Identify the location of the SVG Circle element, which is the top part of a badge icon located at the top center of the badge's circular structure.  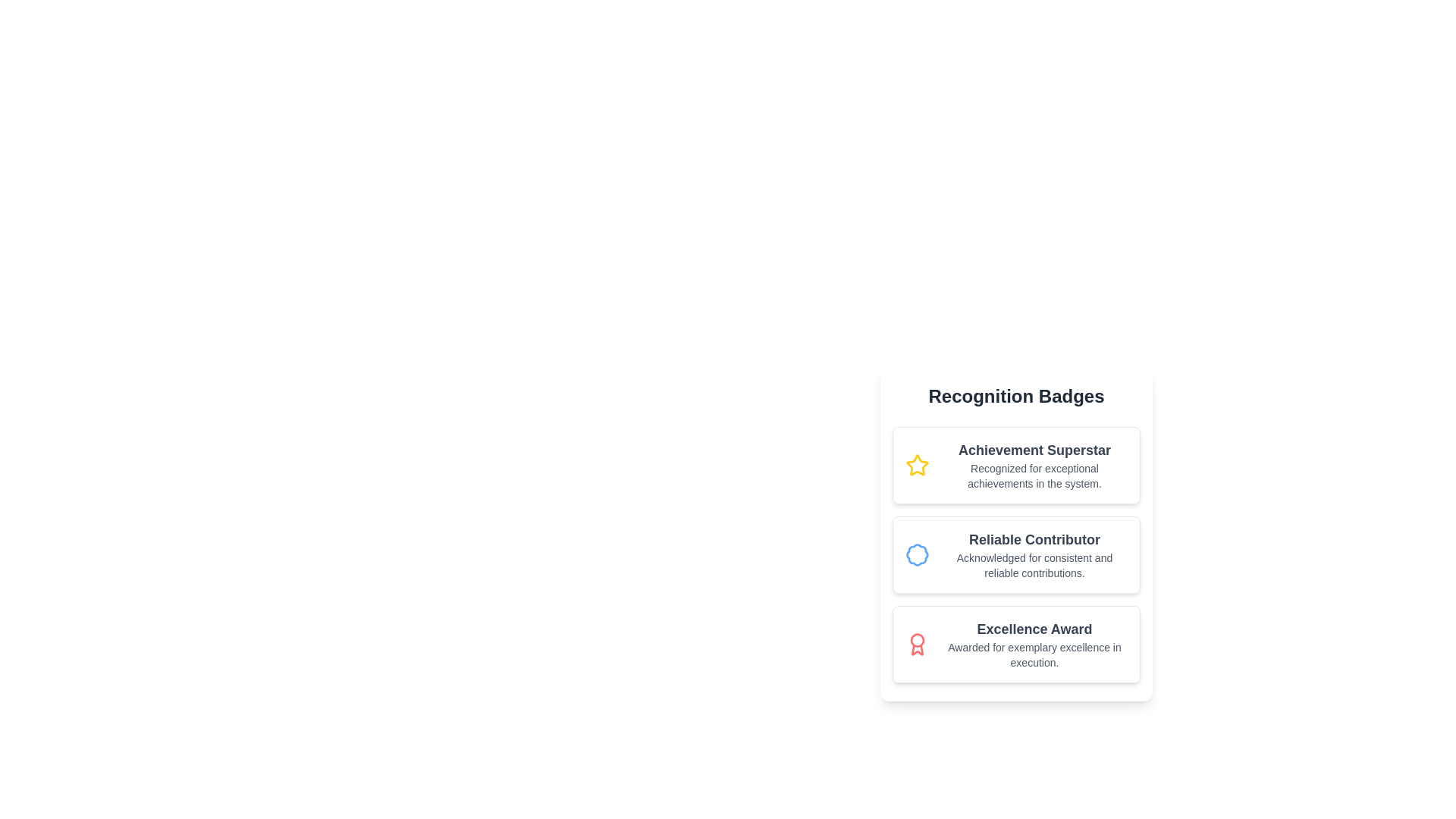
(916, 640).